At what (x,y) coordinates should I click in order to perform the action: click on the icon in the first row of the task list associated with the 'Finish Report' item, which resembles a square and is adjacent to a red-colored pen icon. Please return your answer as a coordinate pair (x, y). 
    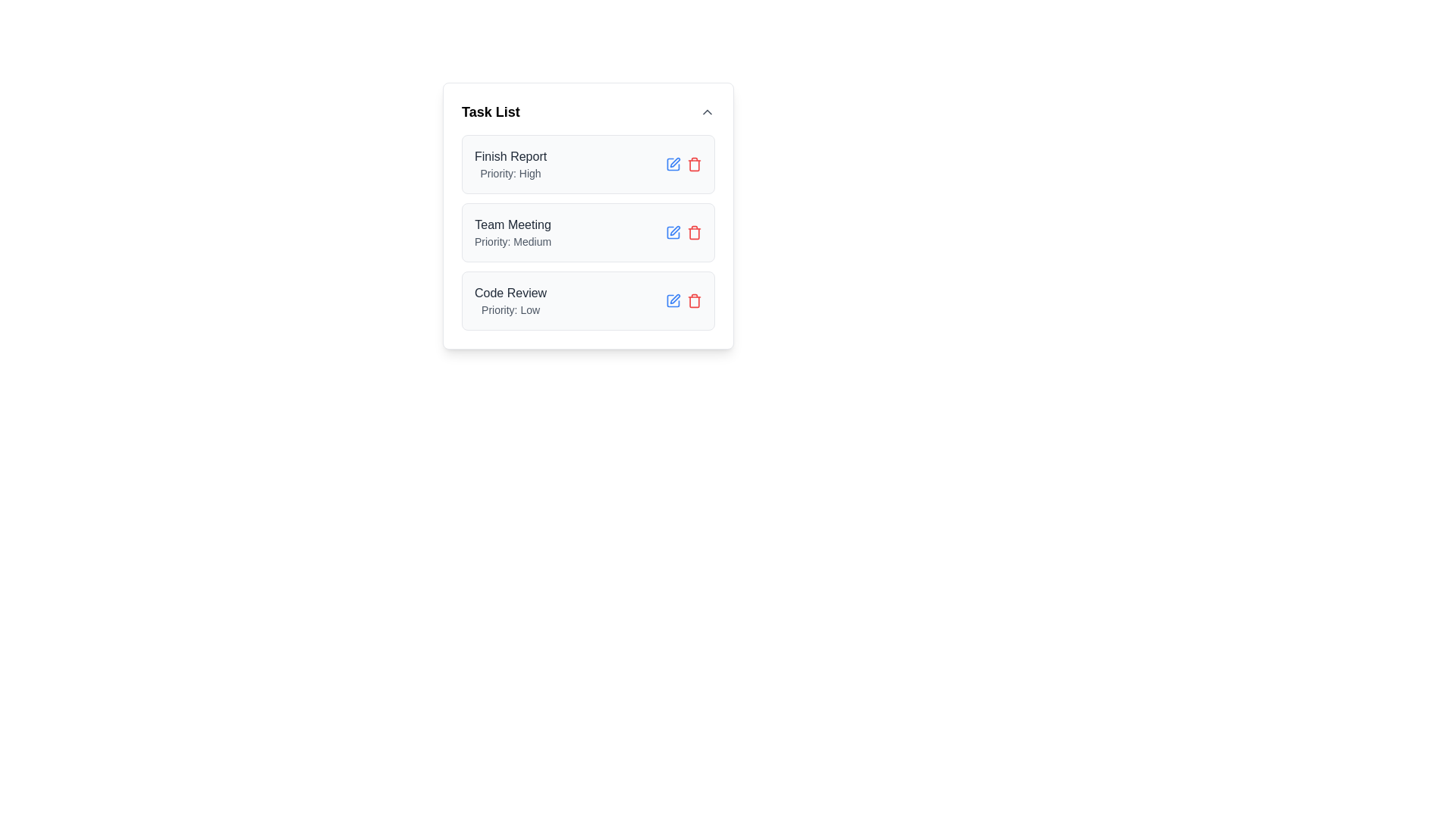
    Looking at the image, I should click on (673, 164).